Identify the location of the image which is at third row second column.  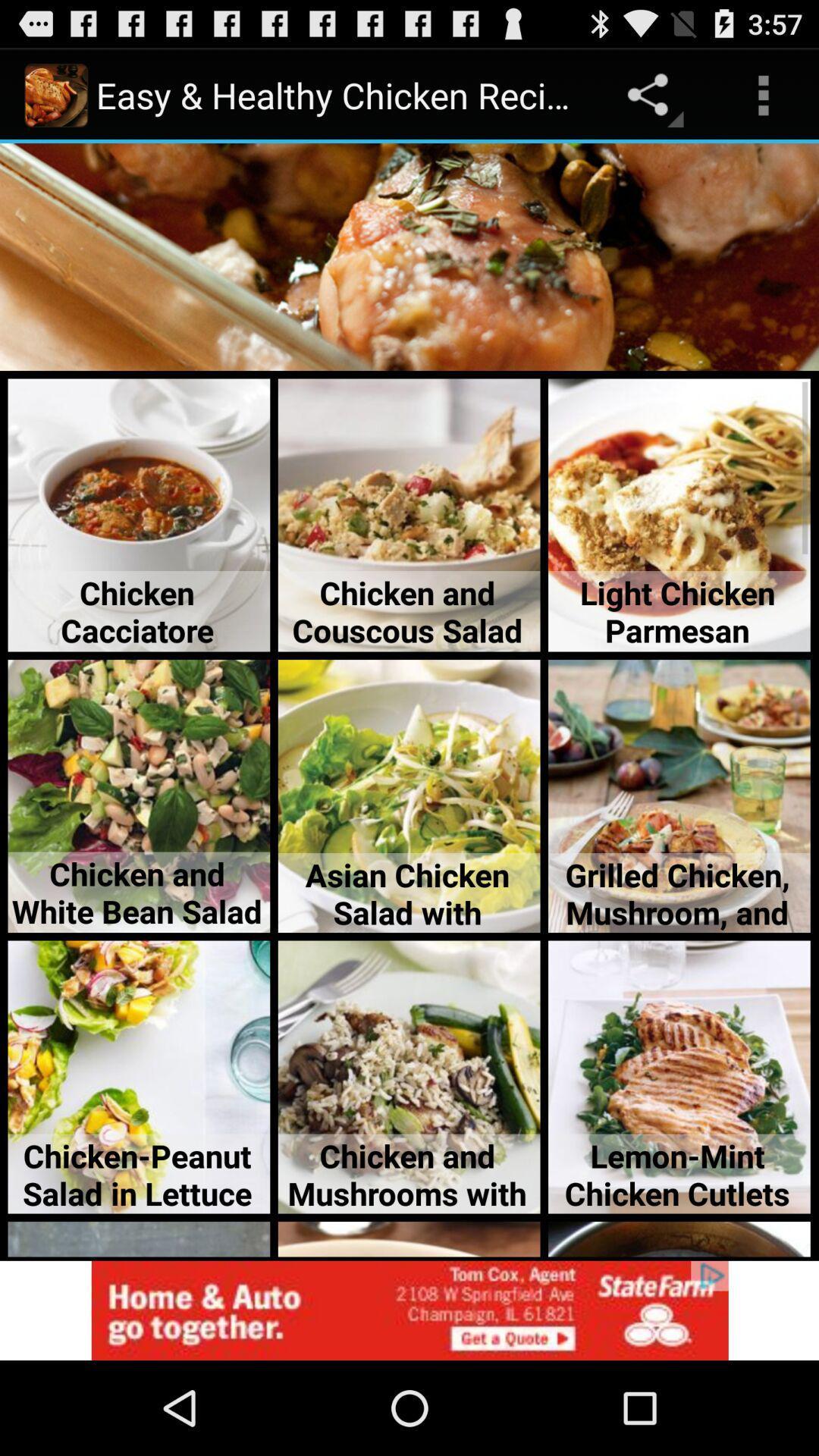
(409, 795).